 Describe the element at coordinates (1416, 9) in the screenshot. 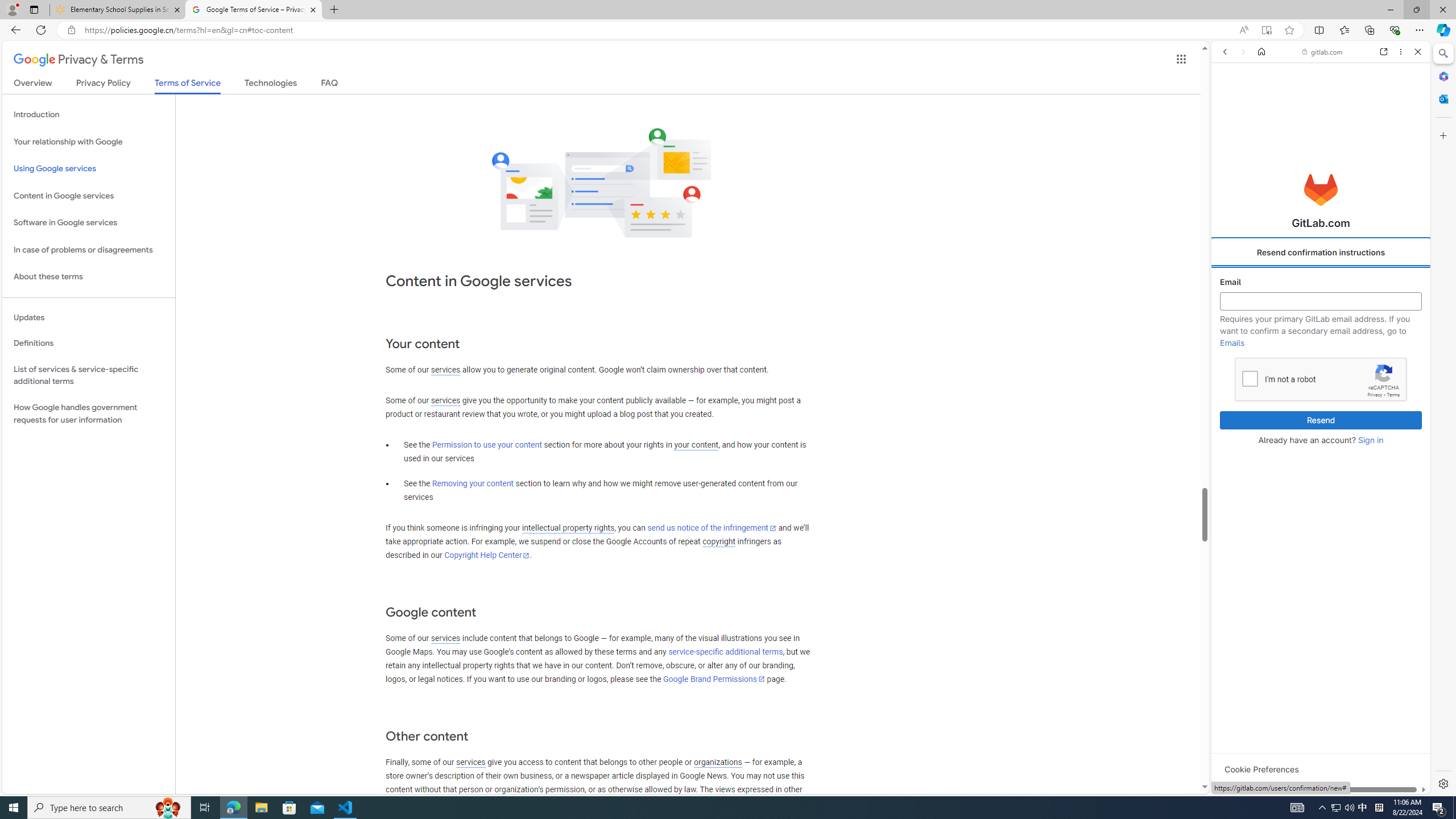

I see `'Restore'` at that location.